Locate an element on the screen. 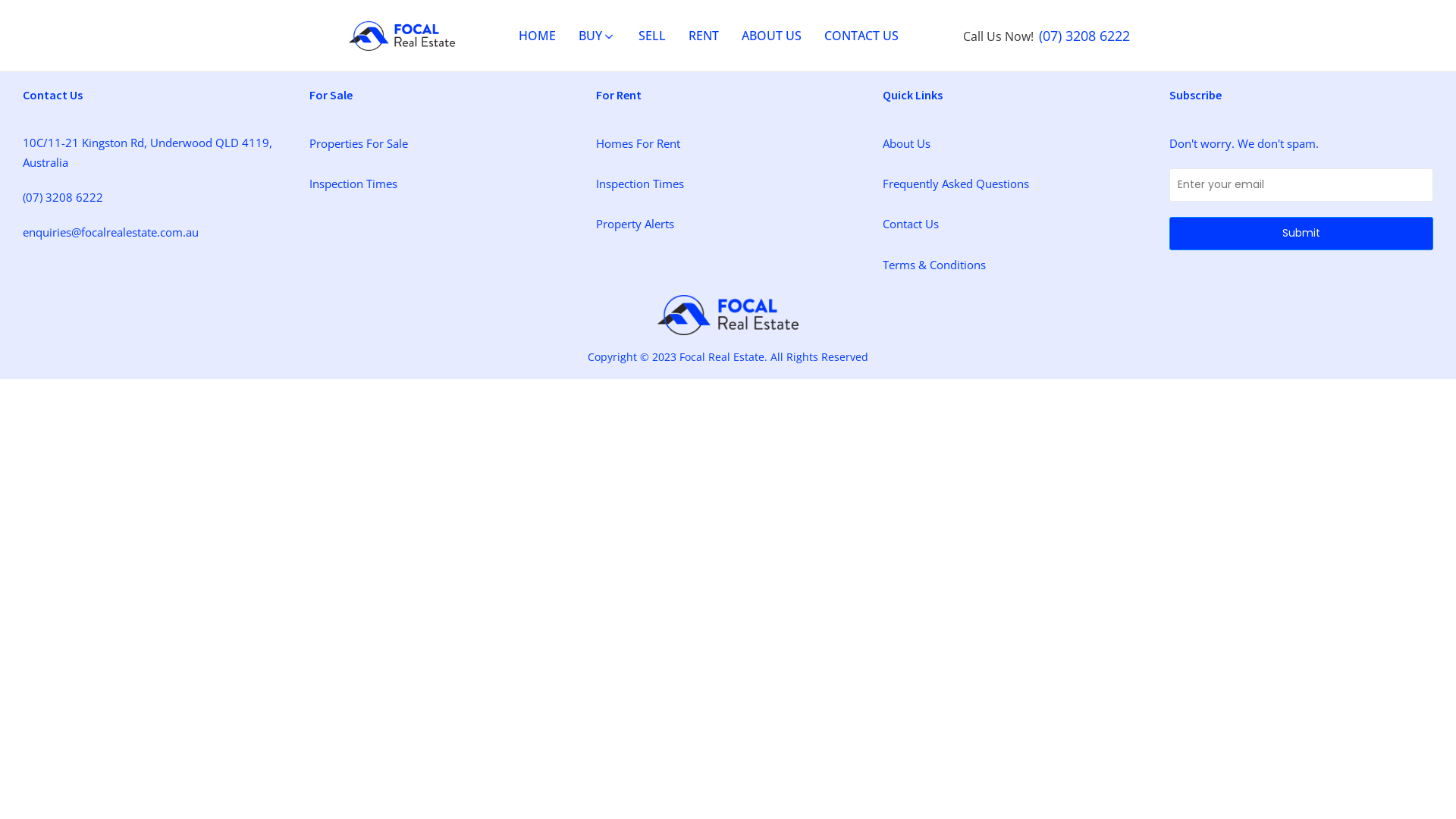 This screenshot has width=1456, height=819. 'Properties For Sale' is located at coordinates (358, 143).